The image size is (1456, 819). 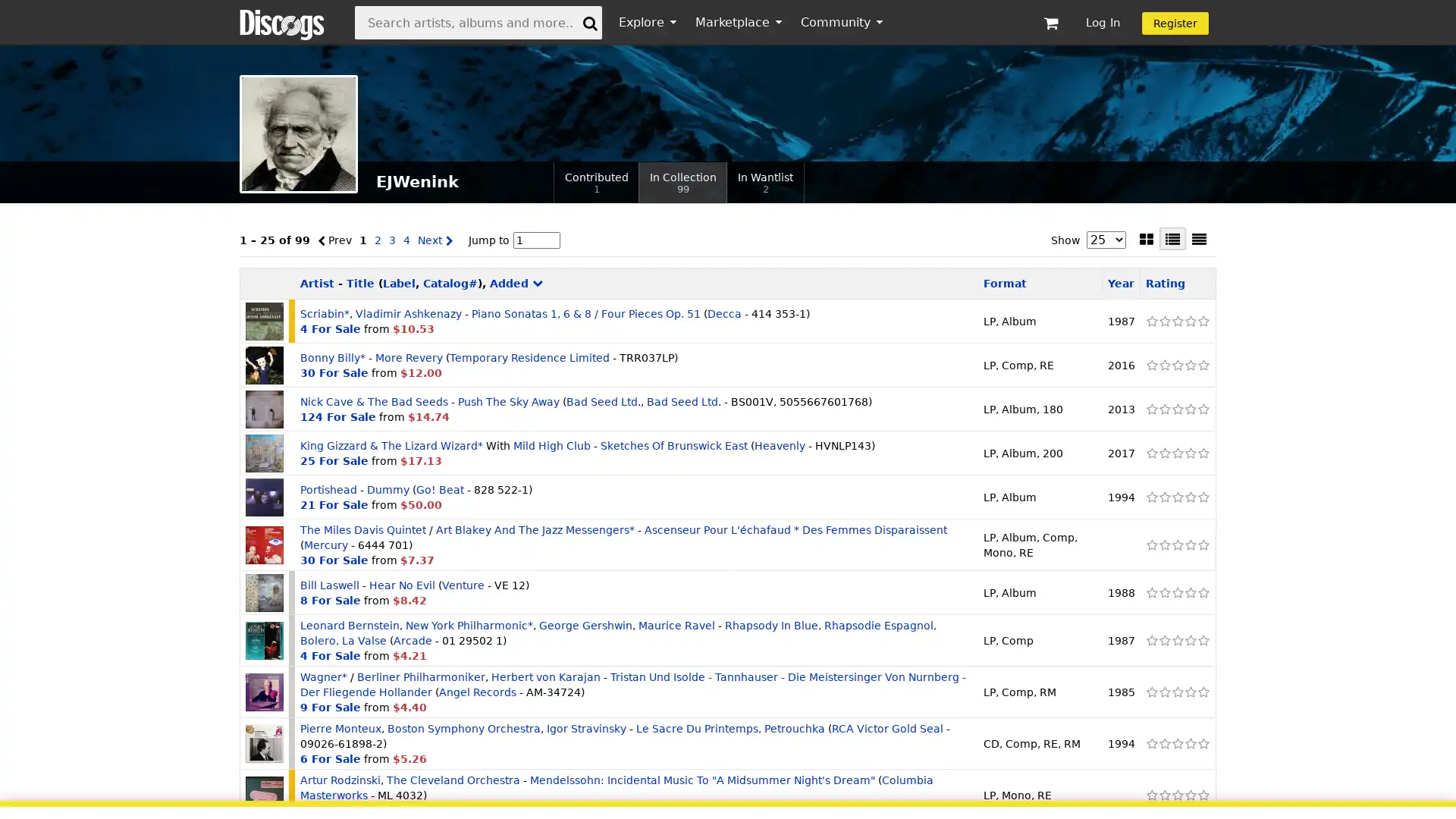 What do you see at coordinates (1151, 640) in the screenshot?
I see `Rate this release 1 star.` at bounding box center [1151, 640].